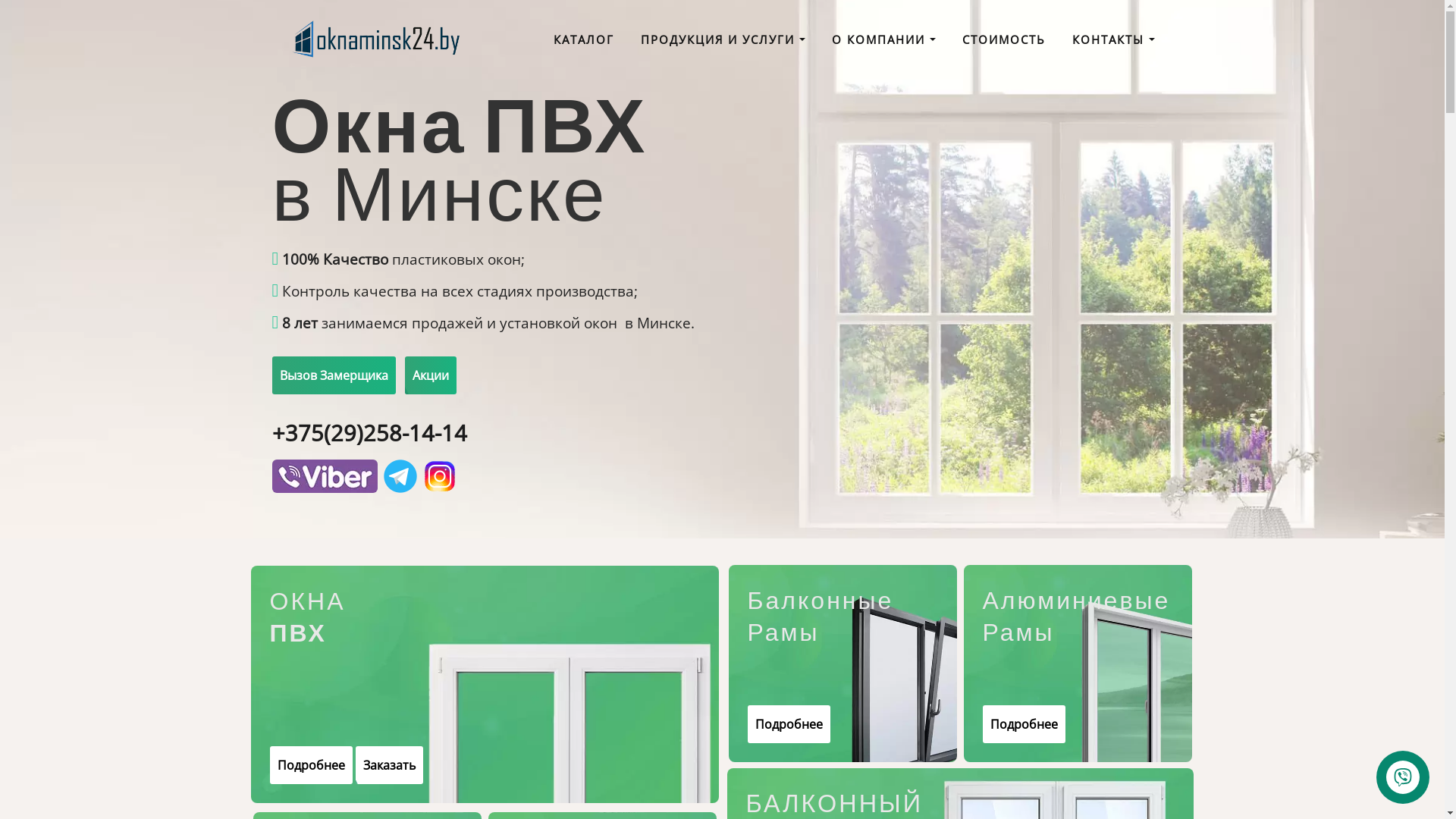 Image resolution: width=1456 pixels, height=819 pixels. I want to click on '+375(29)258-14-14', so click(369, 432).